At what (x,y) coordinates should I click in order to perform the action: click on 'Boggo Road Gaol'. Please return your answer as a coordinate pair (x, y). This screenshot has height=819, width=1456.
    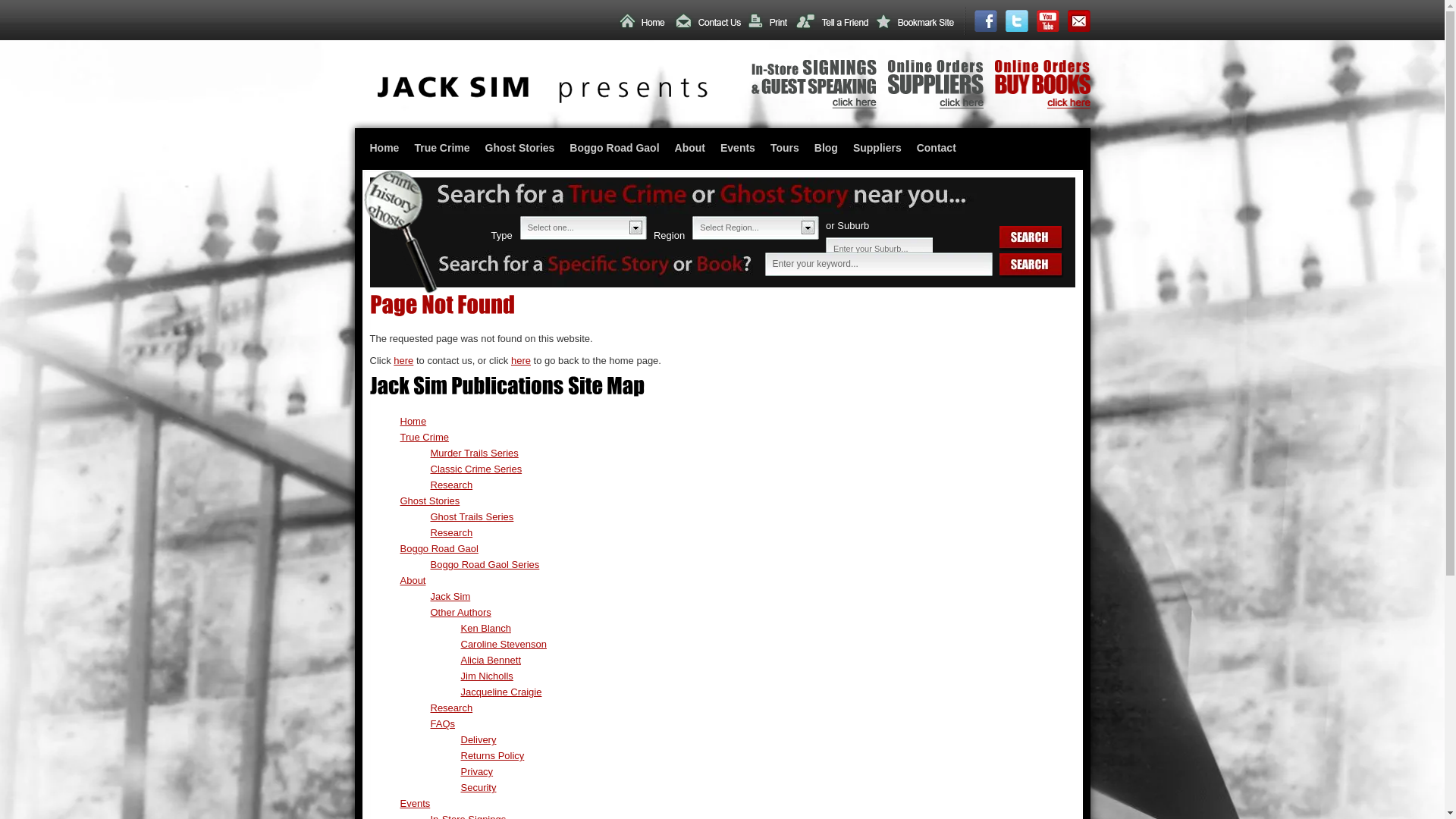
    Looking at the image, I should click on (438, 548).